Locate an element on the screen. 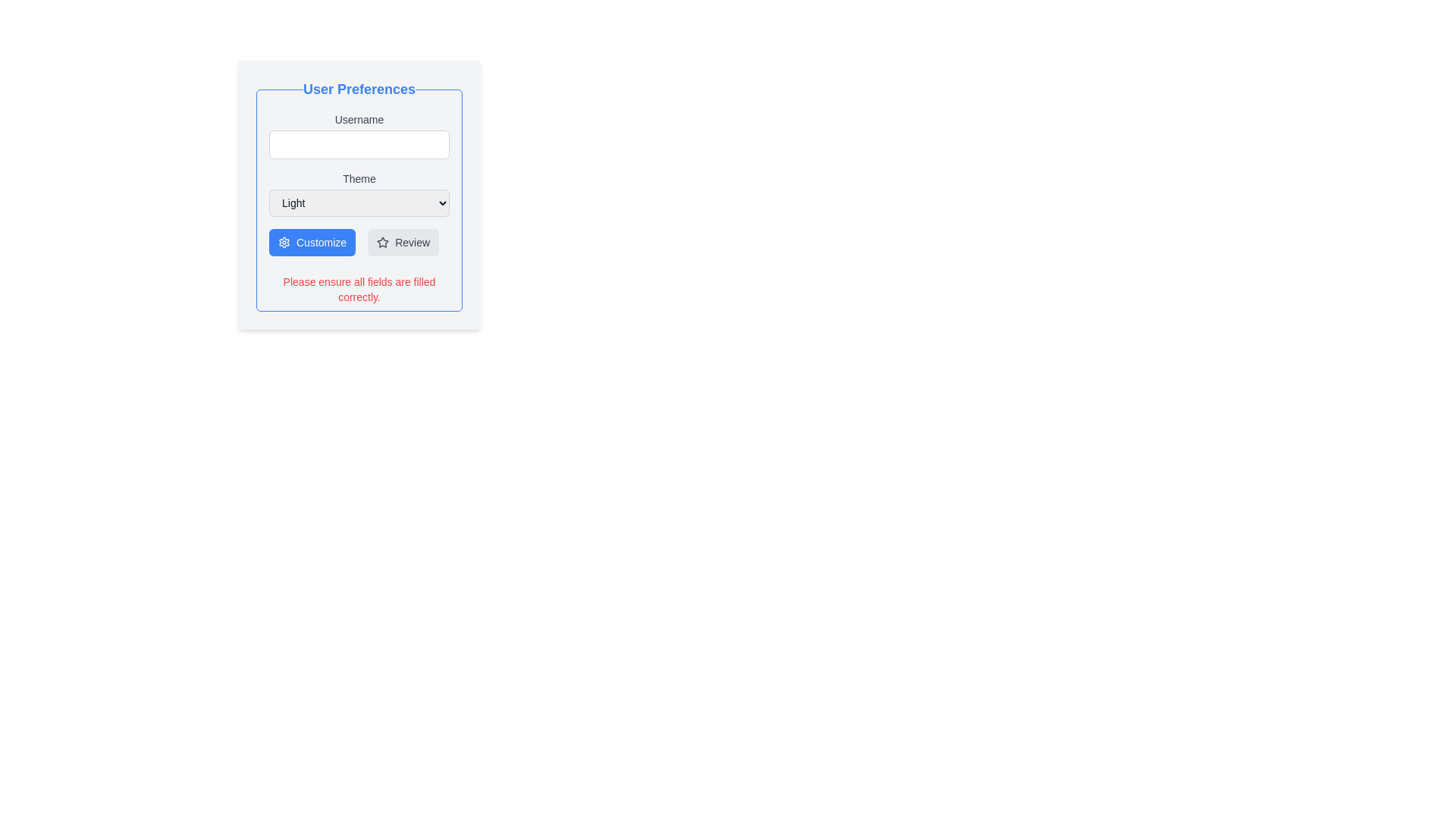 The image size is (1456, 819). the leftmost button in the 'User Preferences' panel is located at coordinates (312, 242).